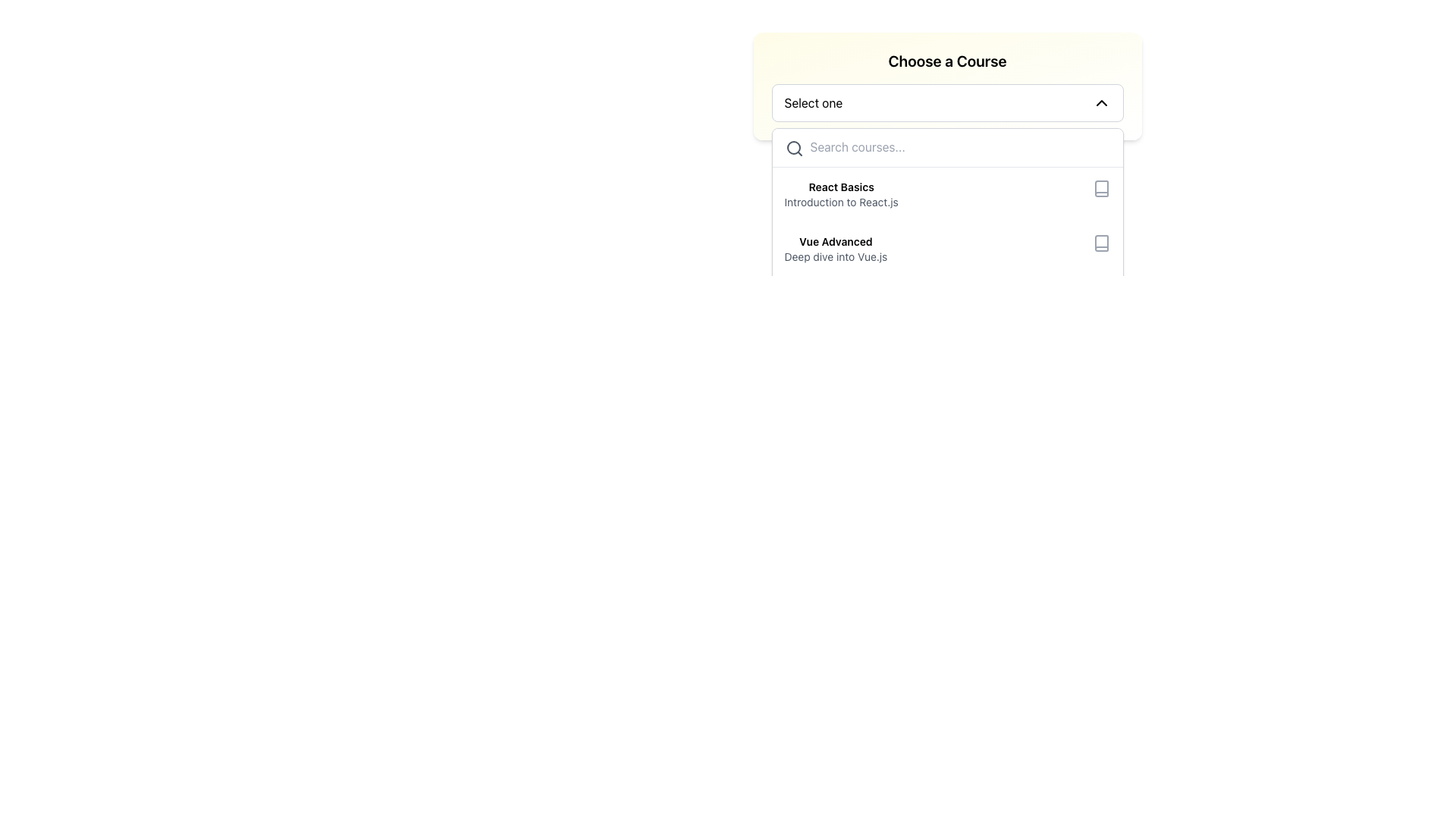 This screenshot has width=1456, height=819. Describe the element at coordinates (840, 193) in the screenshot. I see `the first list item for course selection titled 'React Basics' in the 'Choose a Course' dropdown menu` at that location.